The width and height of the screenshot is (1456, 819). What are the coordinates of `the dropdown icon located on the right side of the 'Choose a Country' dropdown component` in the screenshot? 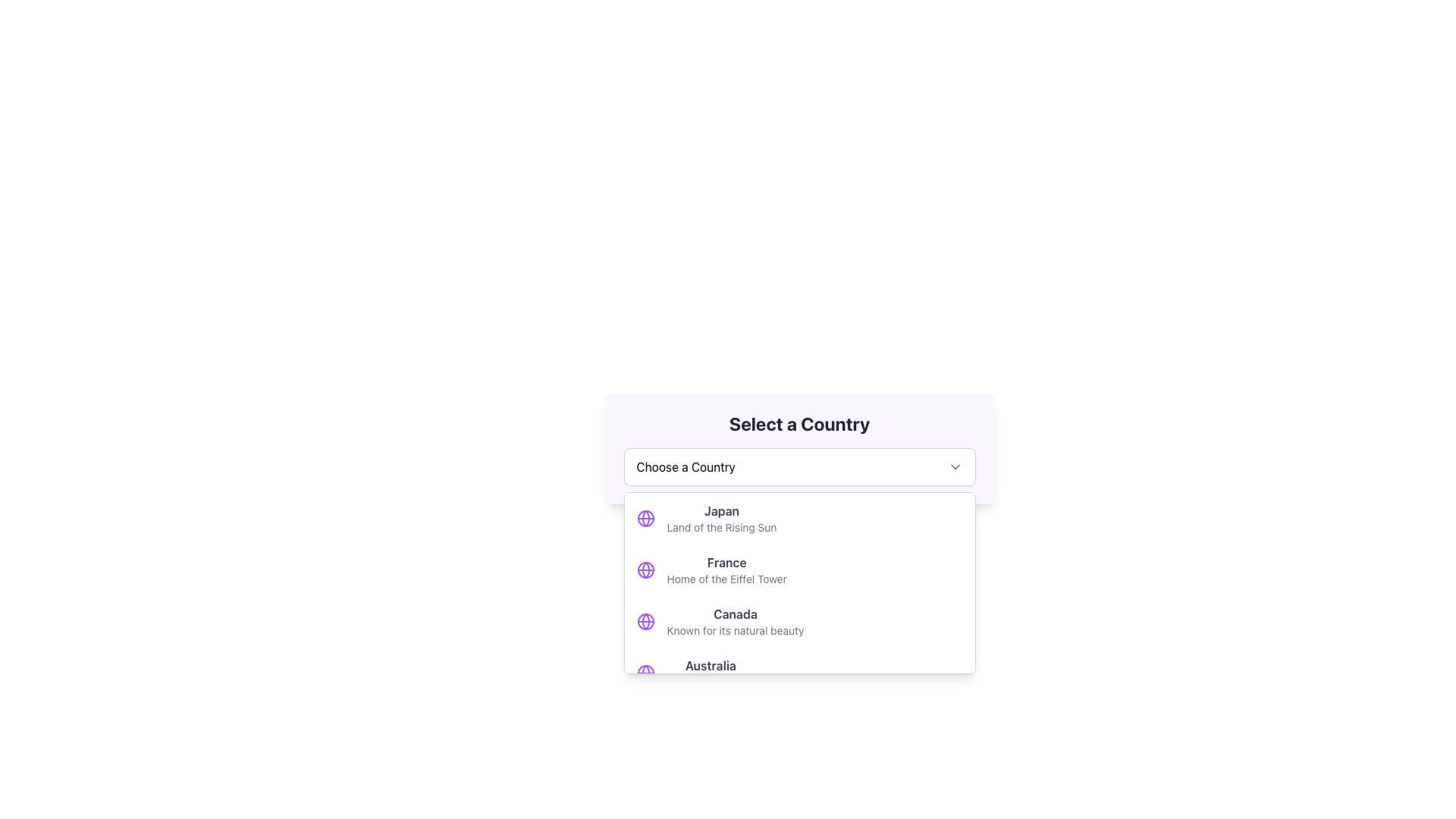 It's located at (954, 466).